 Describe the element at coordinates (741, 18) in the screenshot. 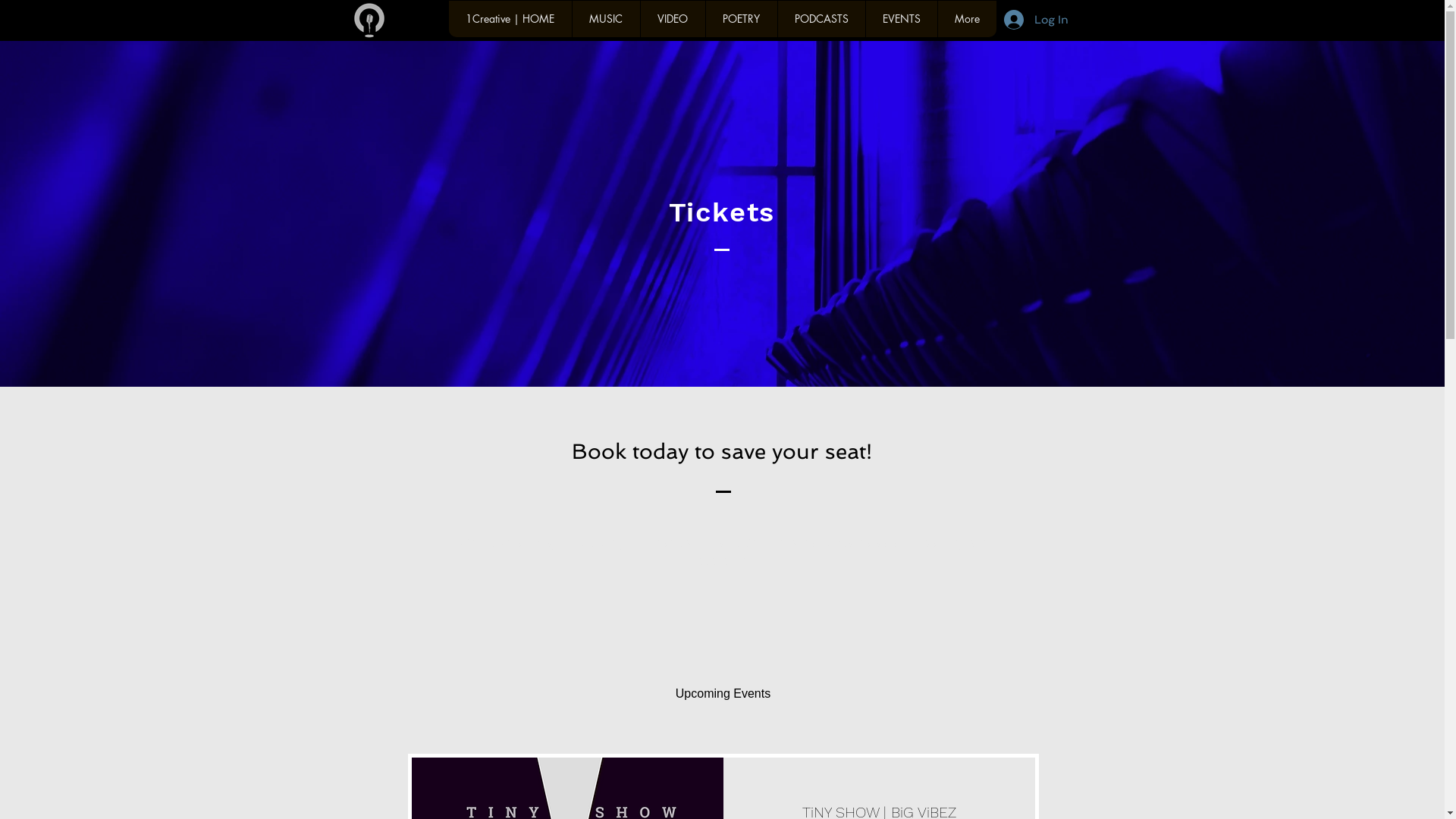

I see `'POETRY'` at that location.